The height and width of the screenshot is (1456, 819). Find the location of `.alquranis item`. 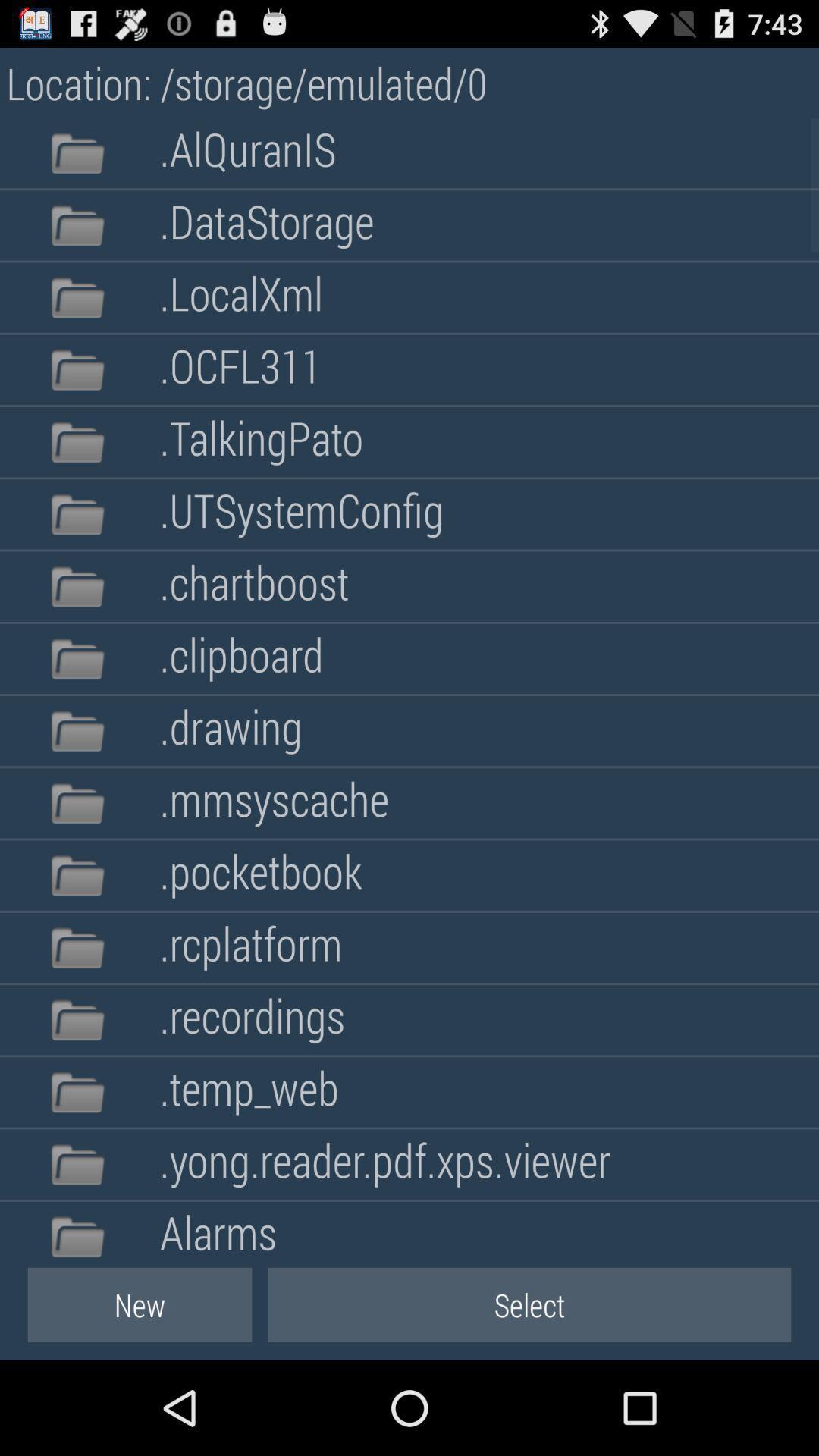

.alquranis item is located at coordinates (247, 153).